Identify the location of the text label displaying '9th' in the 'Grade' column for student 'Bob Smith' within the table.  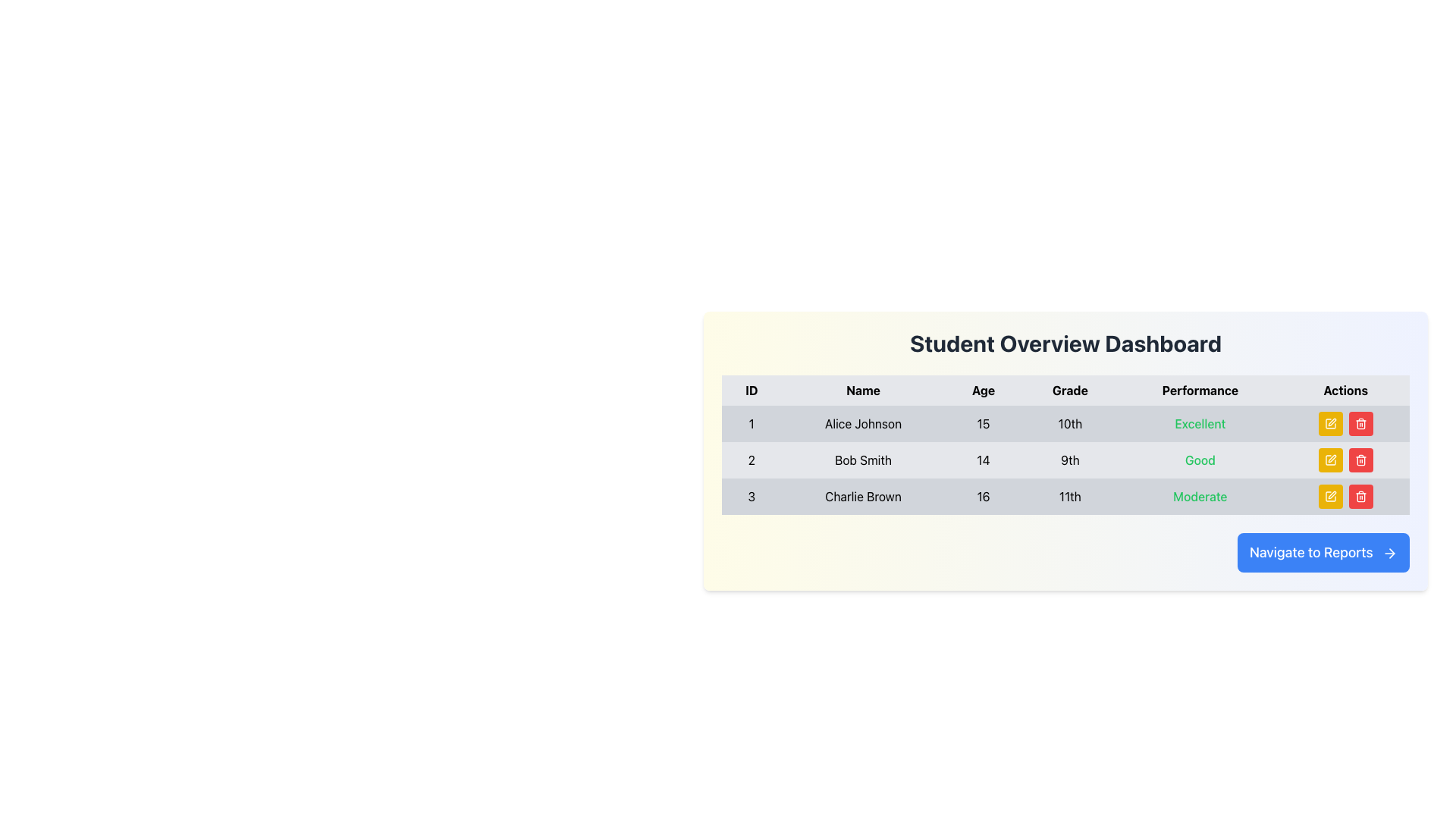
(1069, 459).